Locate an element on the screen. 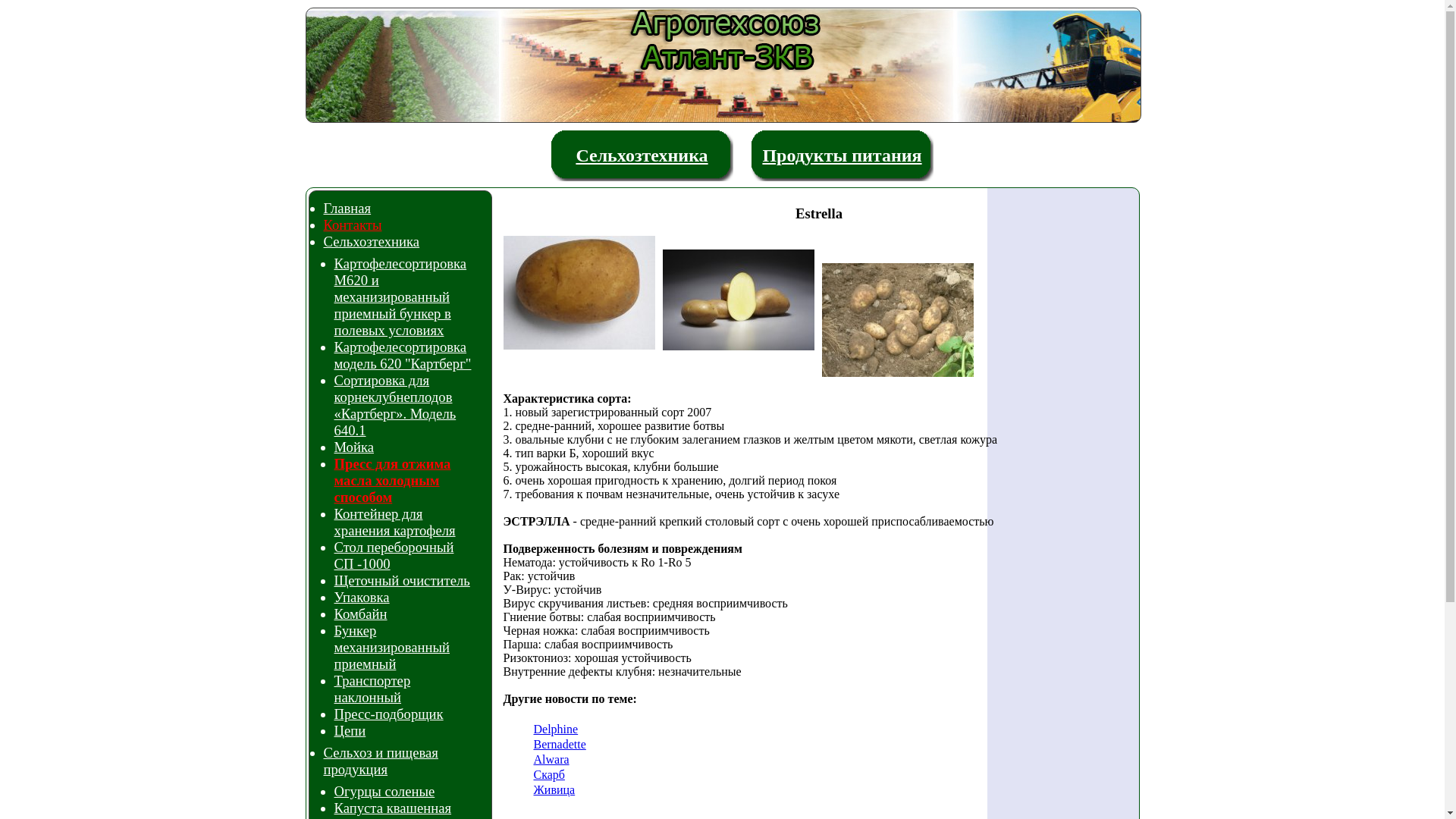  'Delphine' is located at coordinates (555, 728).